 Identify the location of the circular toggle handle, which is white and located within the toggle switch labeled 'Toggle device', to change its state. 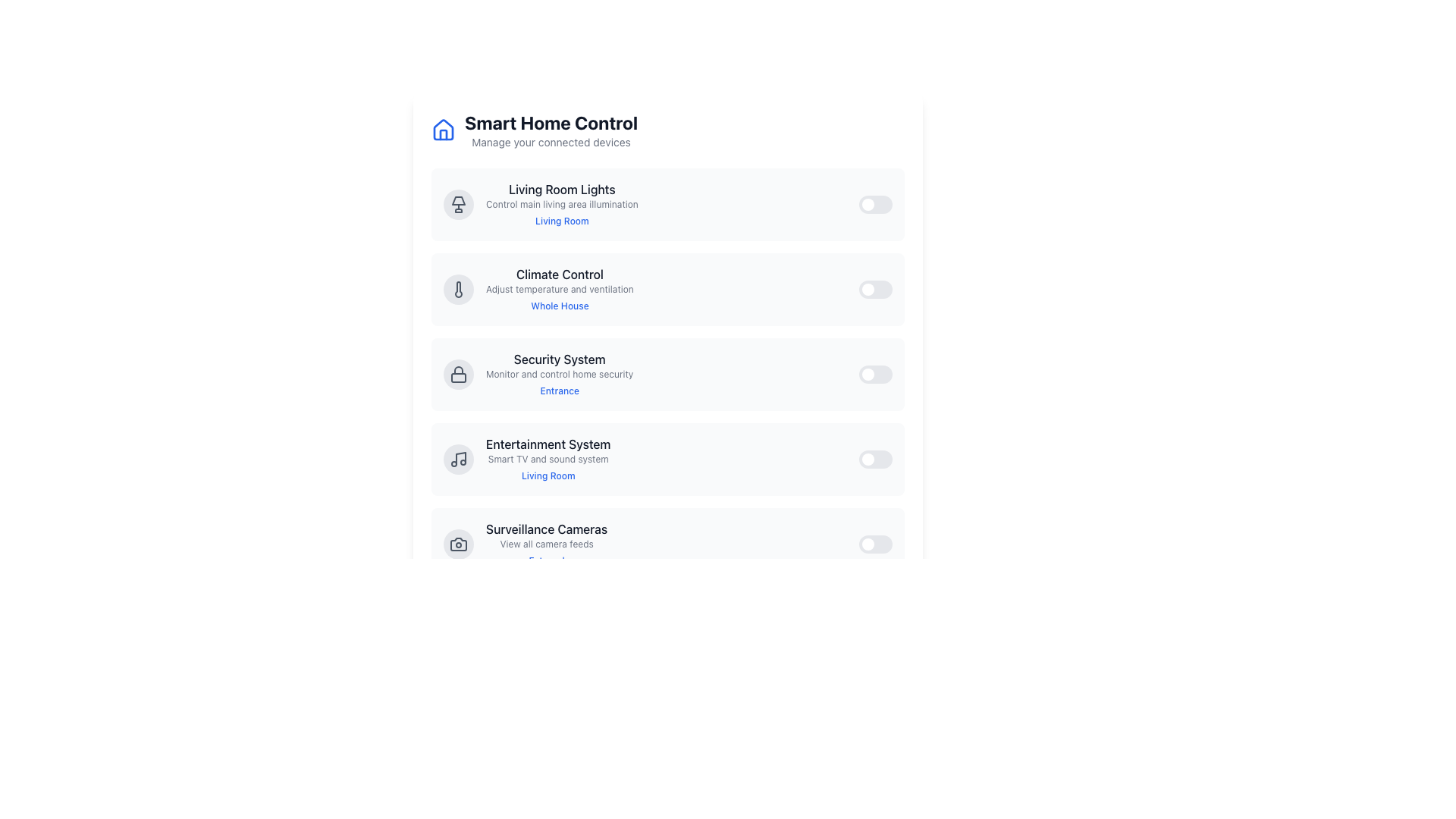
(868, 543).